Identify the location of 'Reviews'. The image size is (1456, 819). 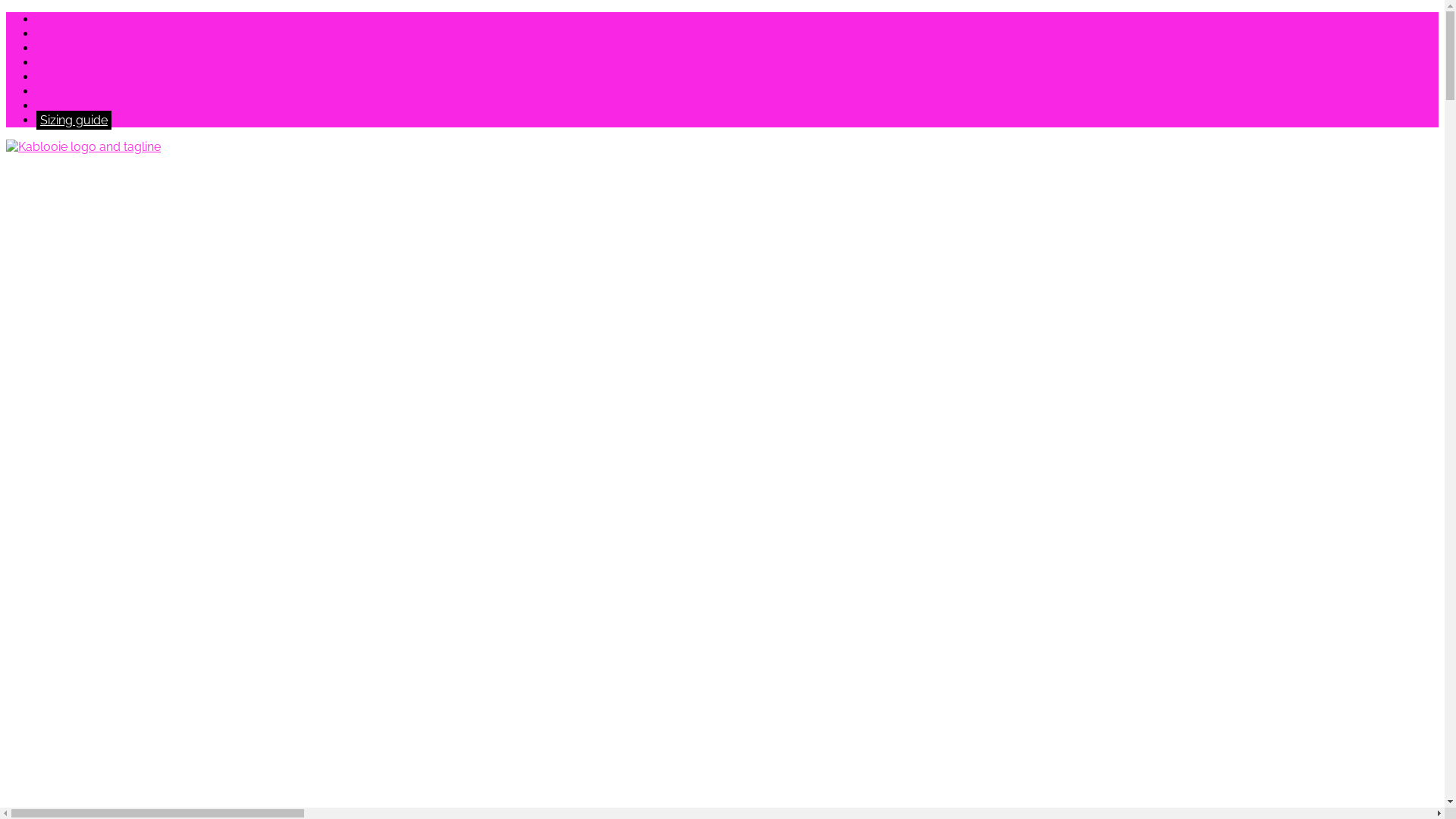
(59, 77).